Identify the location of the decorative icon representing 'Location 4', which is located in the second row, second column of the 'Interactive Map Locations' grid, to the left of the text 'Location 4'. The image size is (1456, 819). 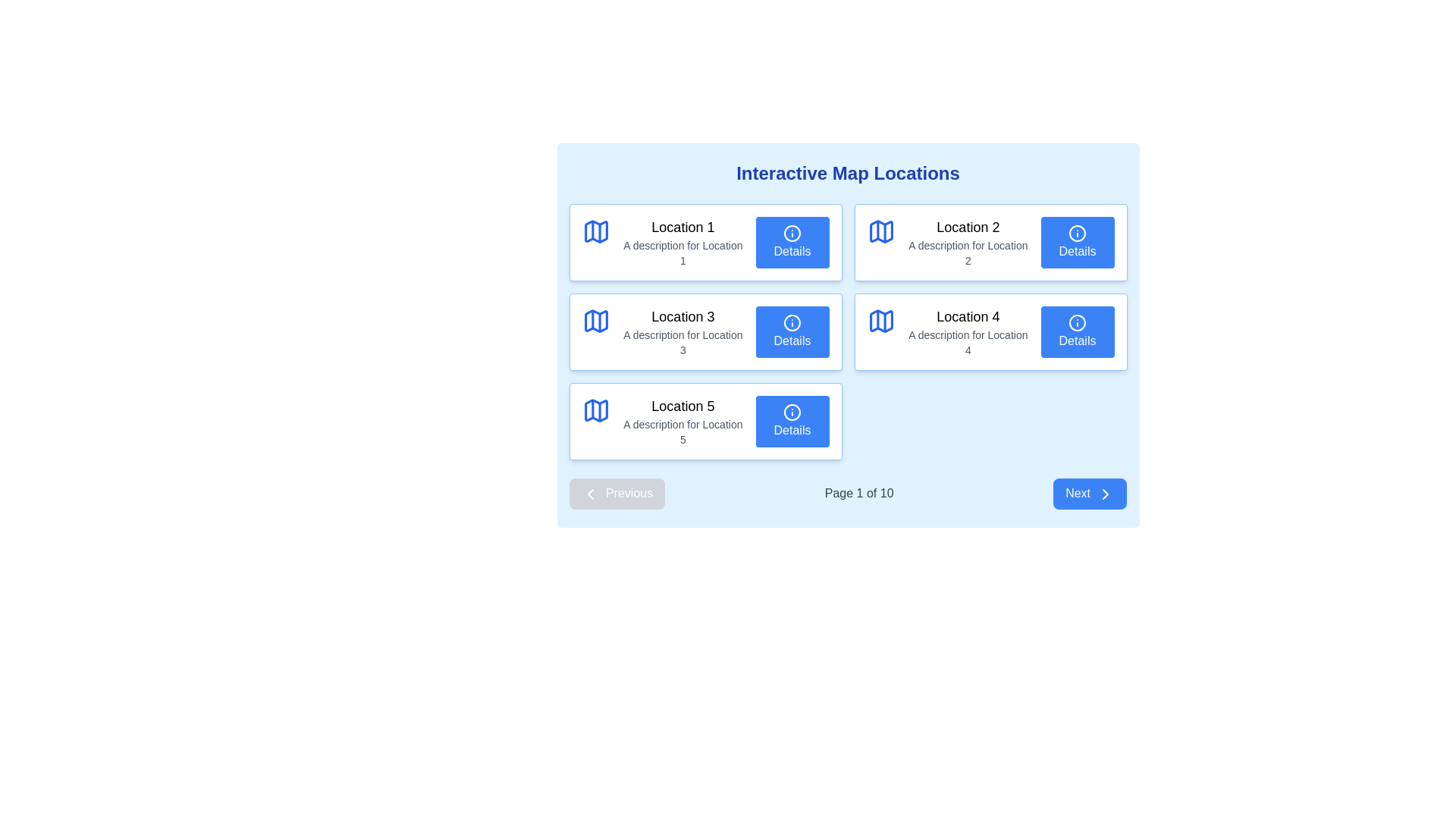
(881, 321).